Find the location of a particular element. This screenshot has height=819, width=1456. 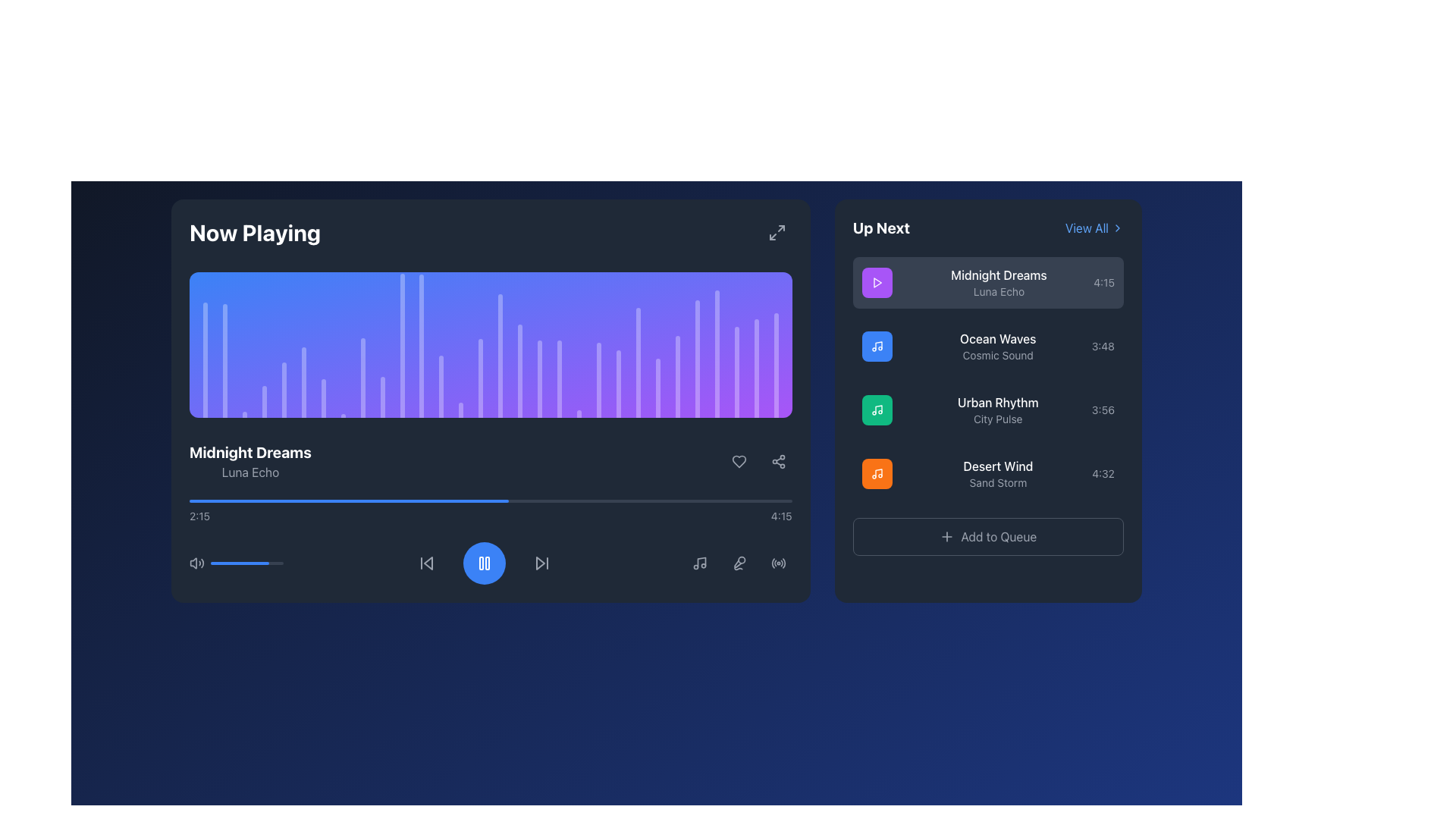

the third button in the playback control section, located to the right of the central blue circular pause button, to skip to the next track is located at coordinates (542, 563).